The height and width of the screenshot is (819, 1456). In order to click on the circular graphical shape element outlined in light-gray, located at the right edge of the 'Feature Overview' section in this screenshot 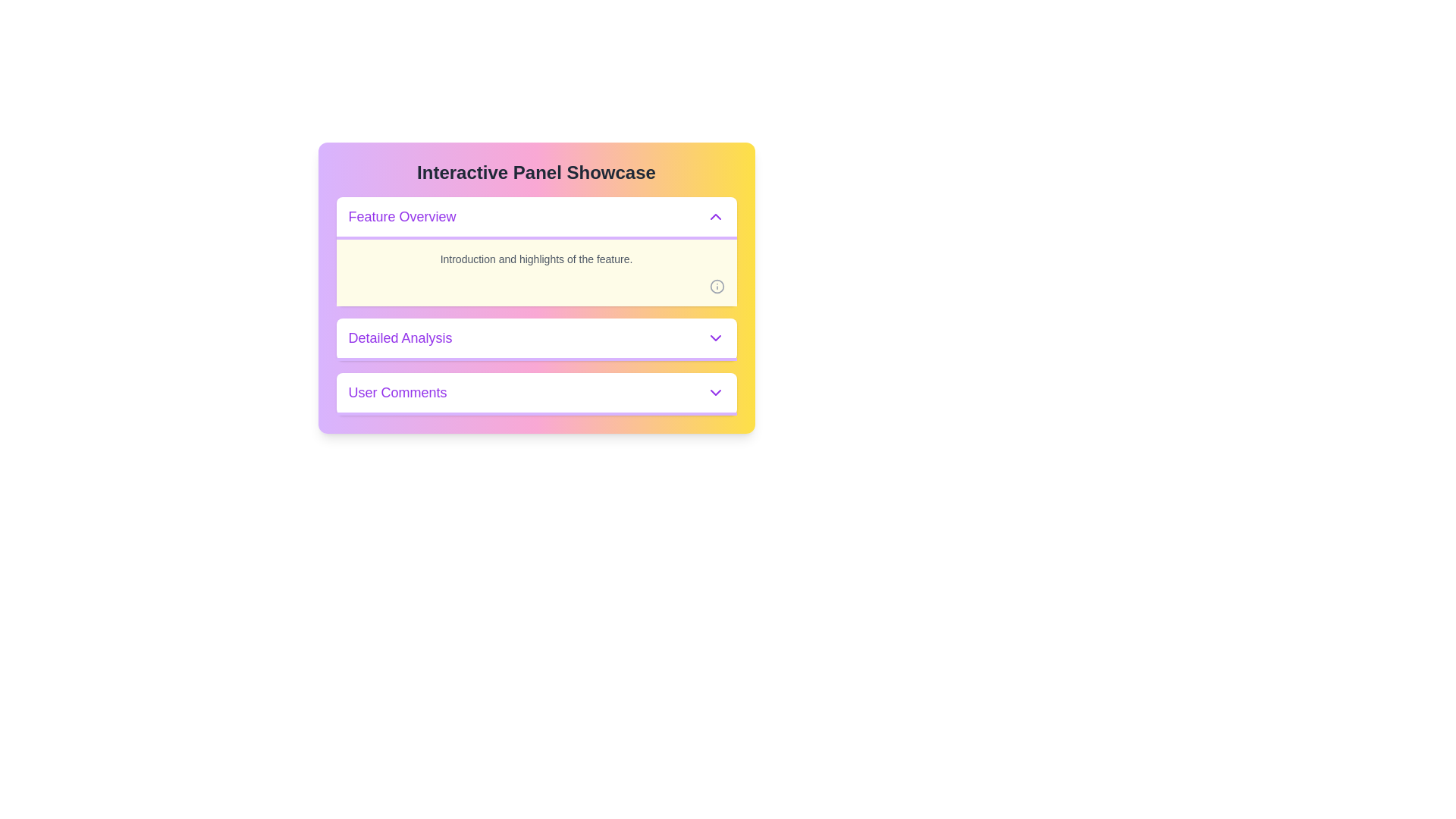, I will do `click(716, 287)`.